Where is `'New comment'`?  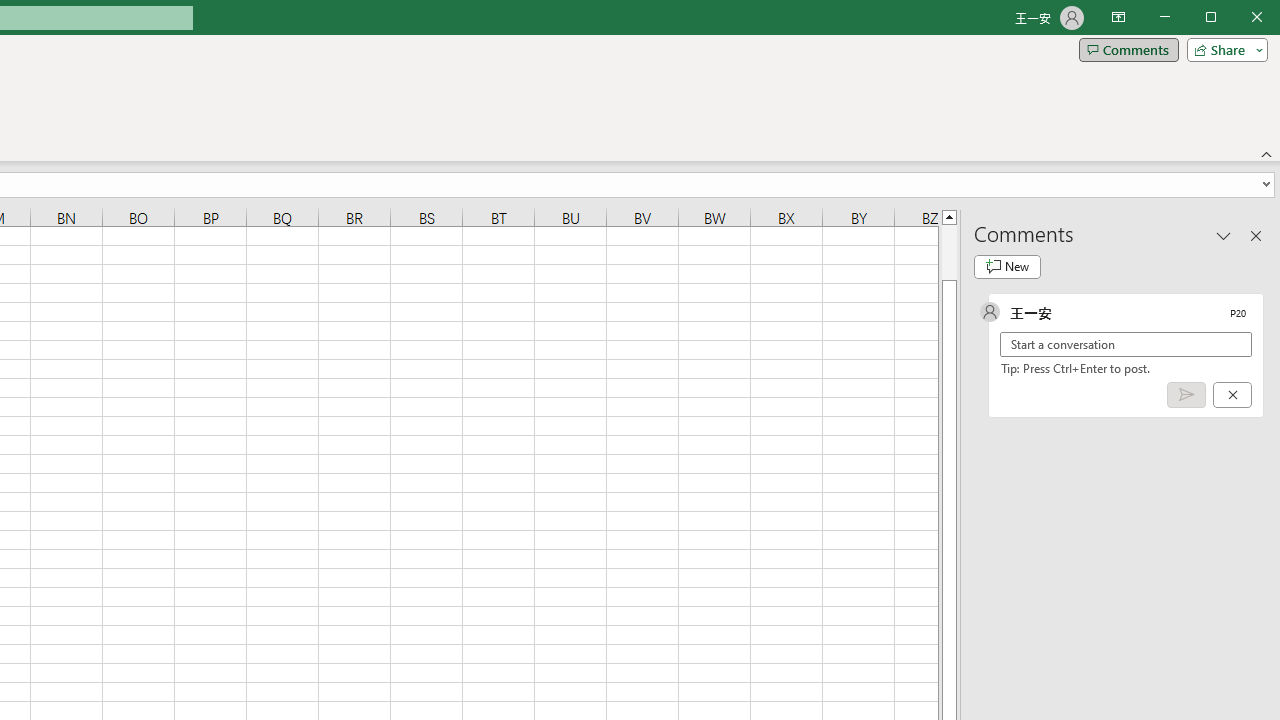 'New comment' is located at coordinates (1007, 266).